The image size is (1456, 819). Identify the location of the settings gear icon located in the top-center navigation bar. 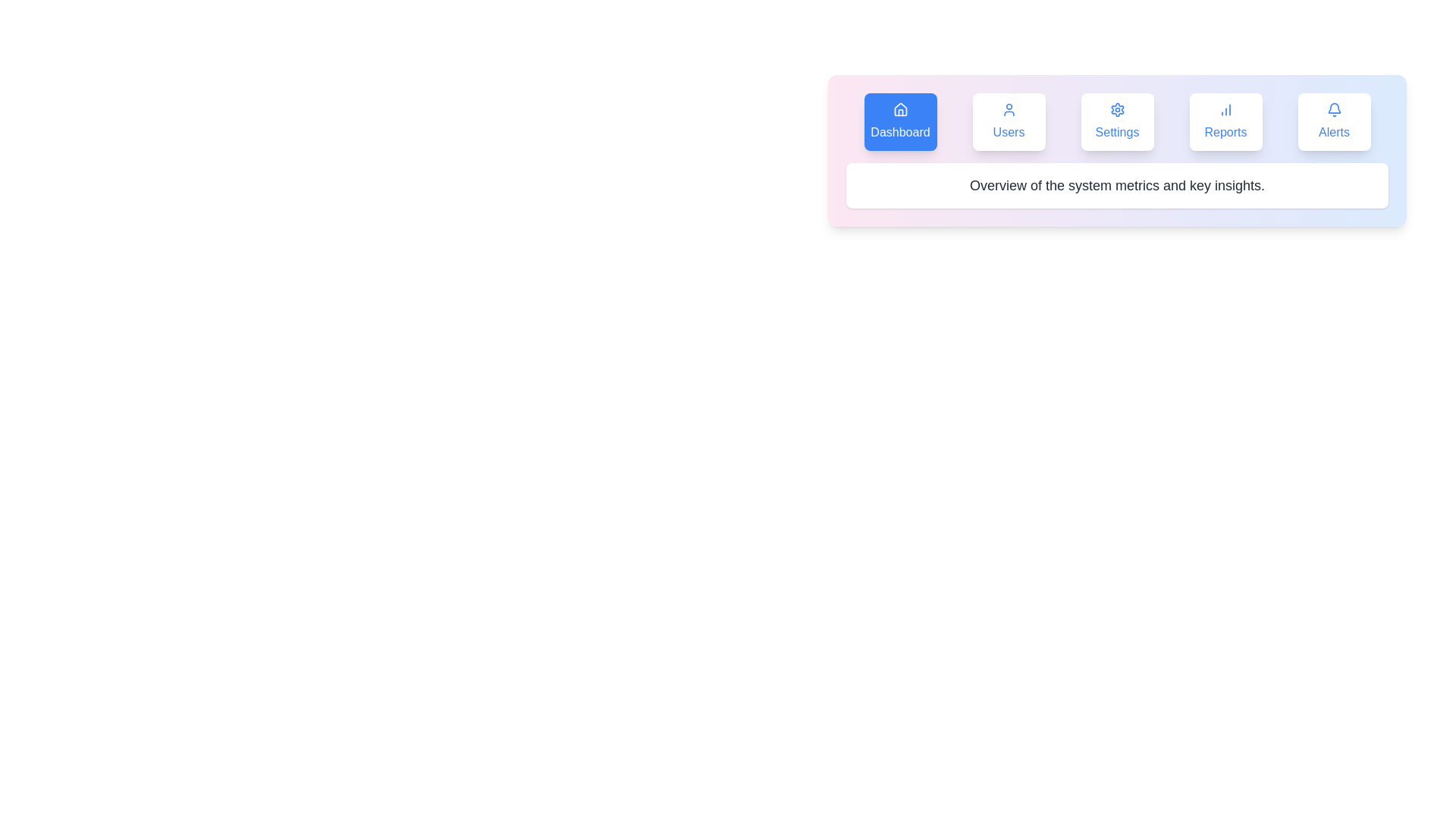
(1117, 109).